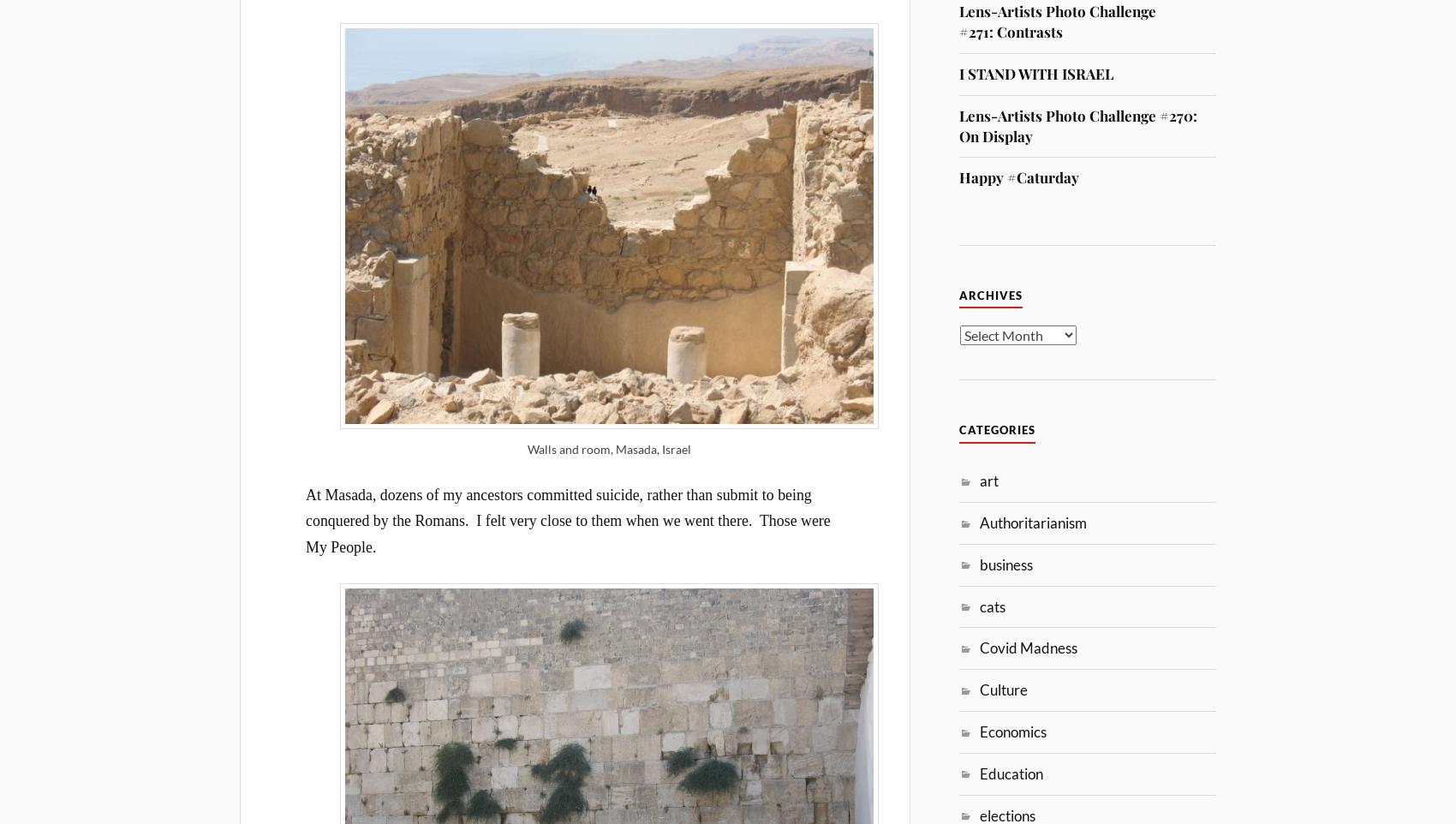  Describe the element at coordinates (1057, 21) in the screenshot. I see `'Lens-Artists Photo Challenge #271: Contrasts'` at that location.